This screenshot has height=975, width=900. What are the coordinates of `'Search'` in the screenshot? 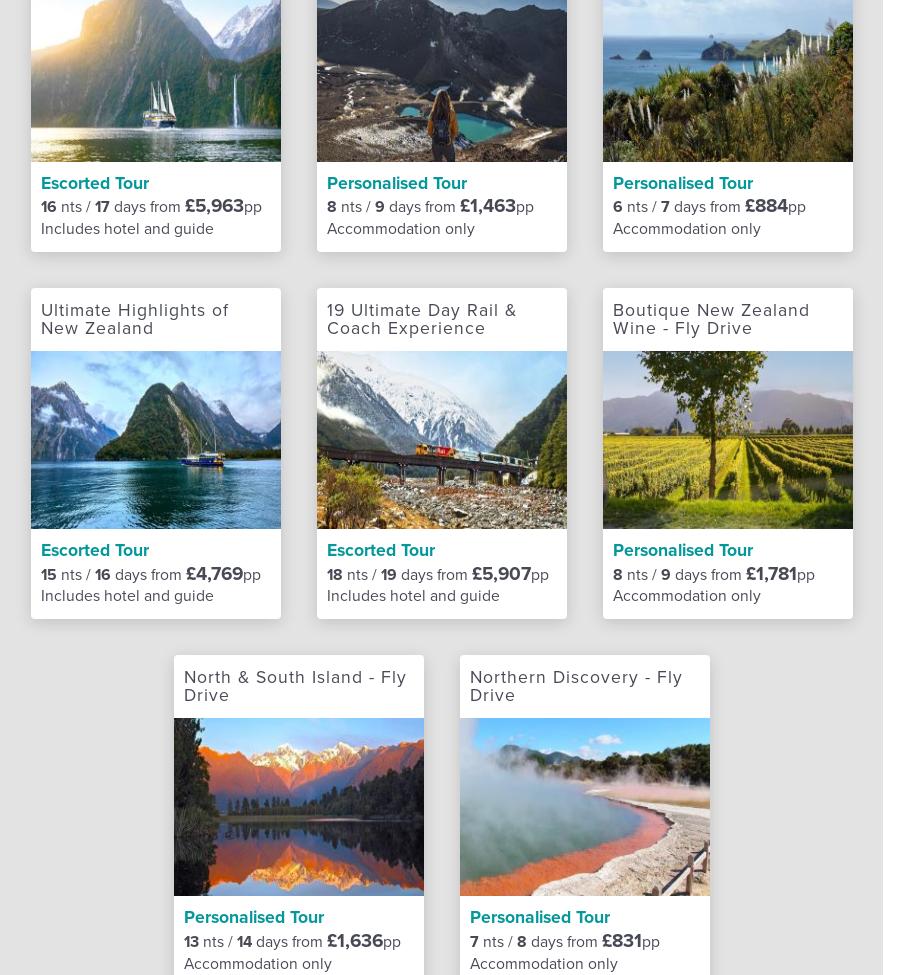 It's located at (573, 83).